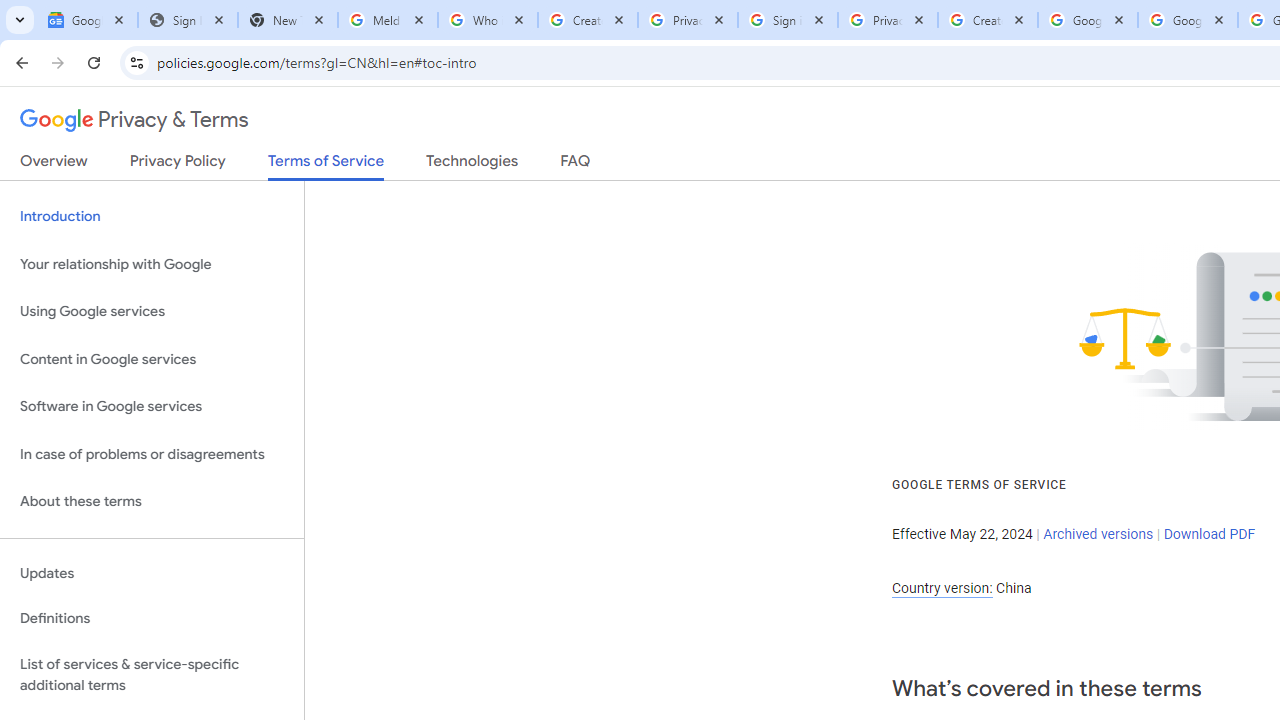 Image resolution: width=1280 pixels, height=720 pixels. I want to click on 'Create your Google Account', so click(988, 20).